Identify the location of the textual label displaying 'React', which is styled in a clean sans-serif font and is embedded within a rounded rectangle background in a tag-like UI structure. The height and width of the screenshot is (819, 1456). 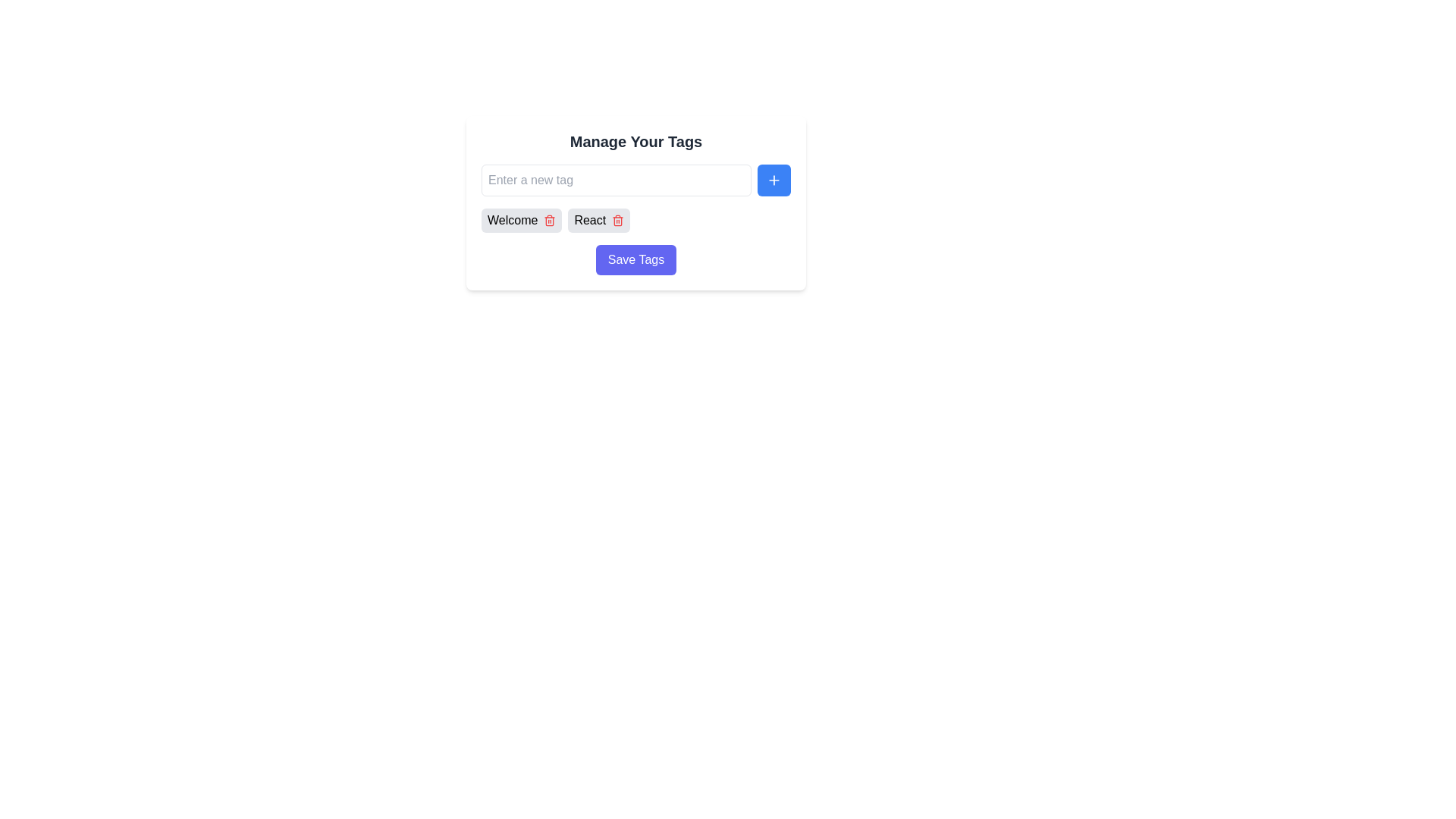
(589, 220).